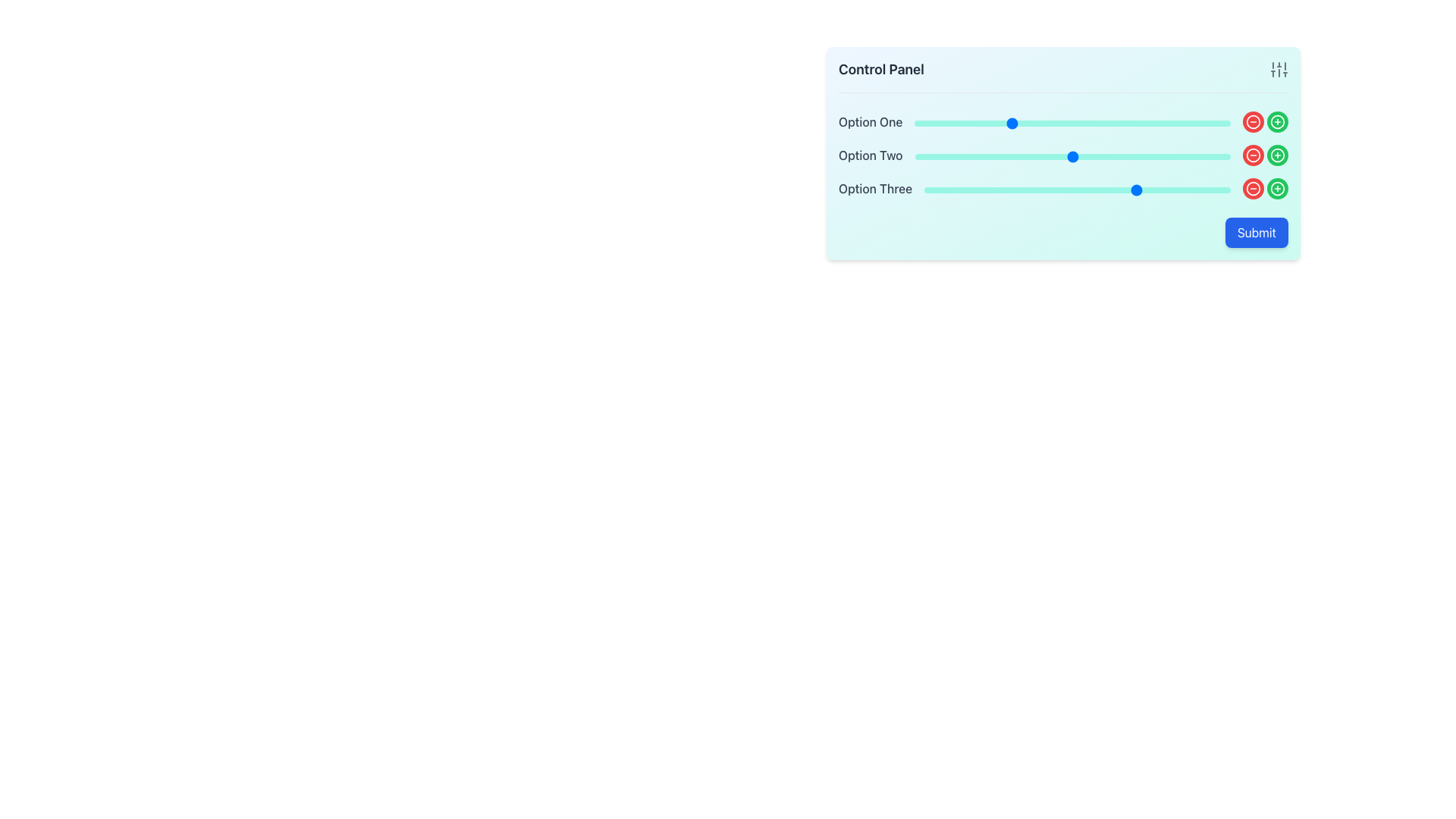 This screenshot has width=1456, height=819. What do you see at coordinates (1276, 155) in the screenshot?
I see `the green circular button with a plus icon to increment a value` at bounding box center [1276, 155].